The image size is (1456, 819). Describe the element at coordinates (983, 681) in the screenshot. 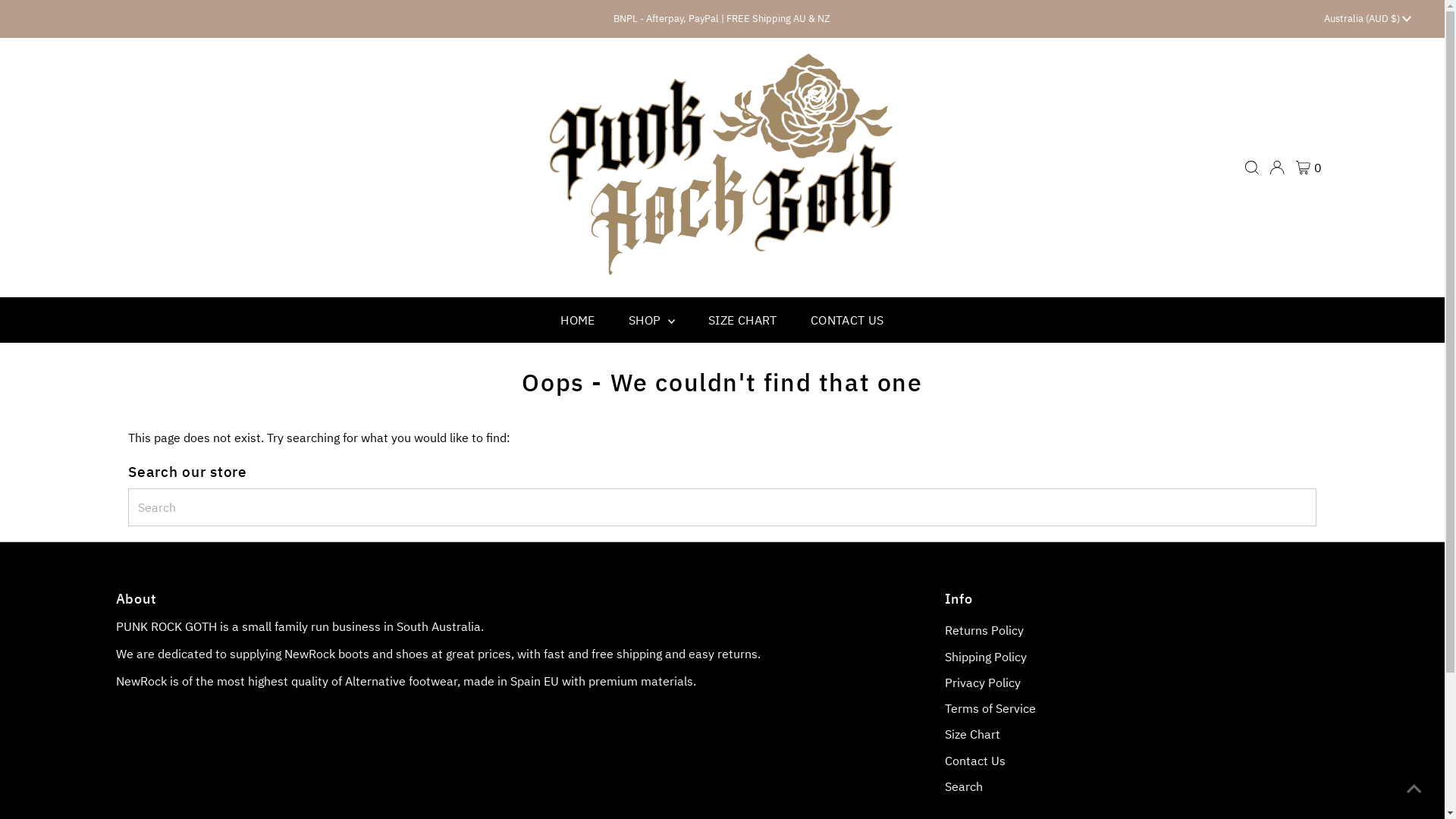

I see `'Privacy Policy'` at that location.